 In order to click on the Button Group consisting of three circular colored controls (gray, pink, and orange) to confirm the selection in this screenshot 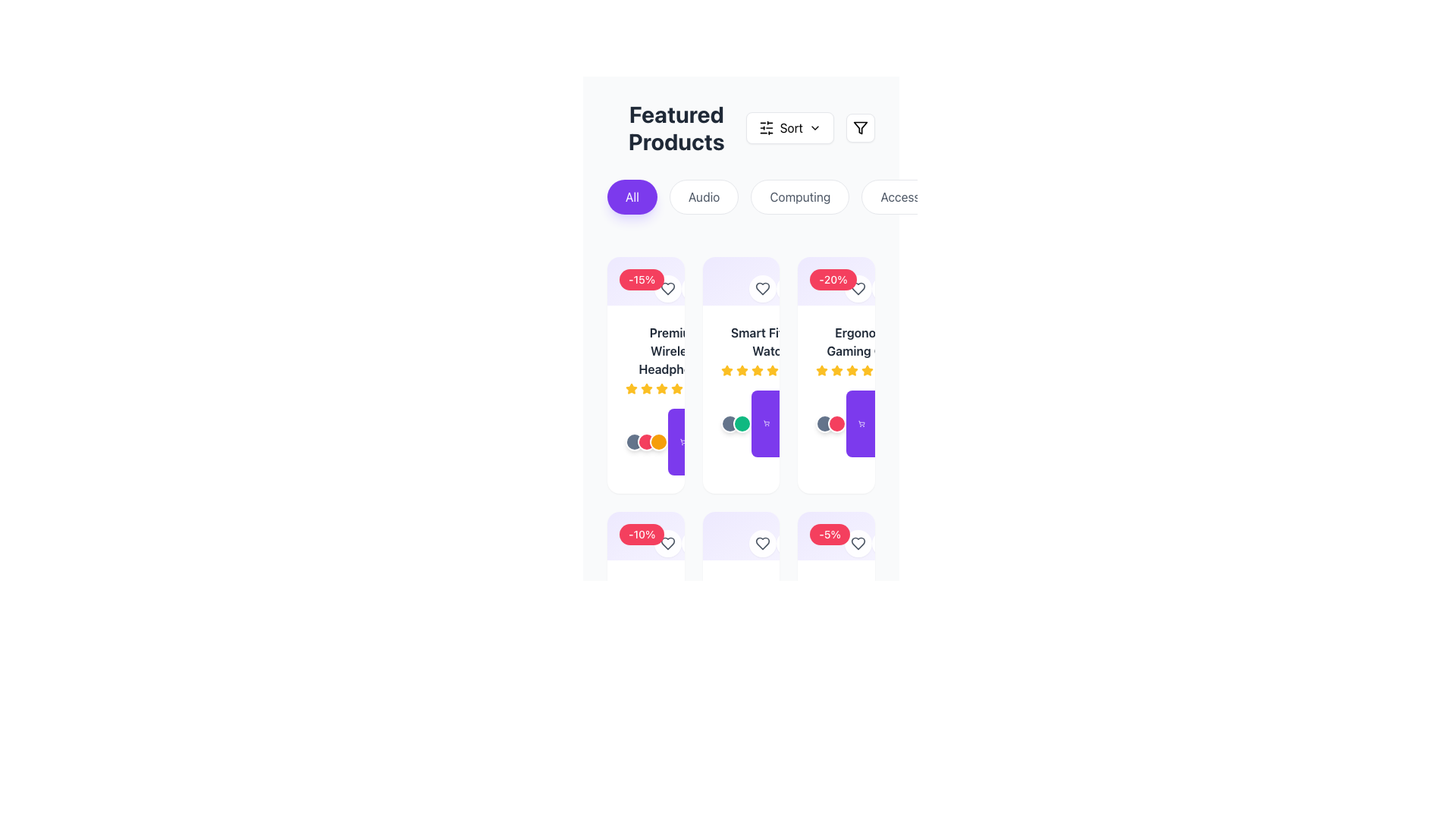, I will do `click(647, 441)`.